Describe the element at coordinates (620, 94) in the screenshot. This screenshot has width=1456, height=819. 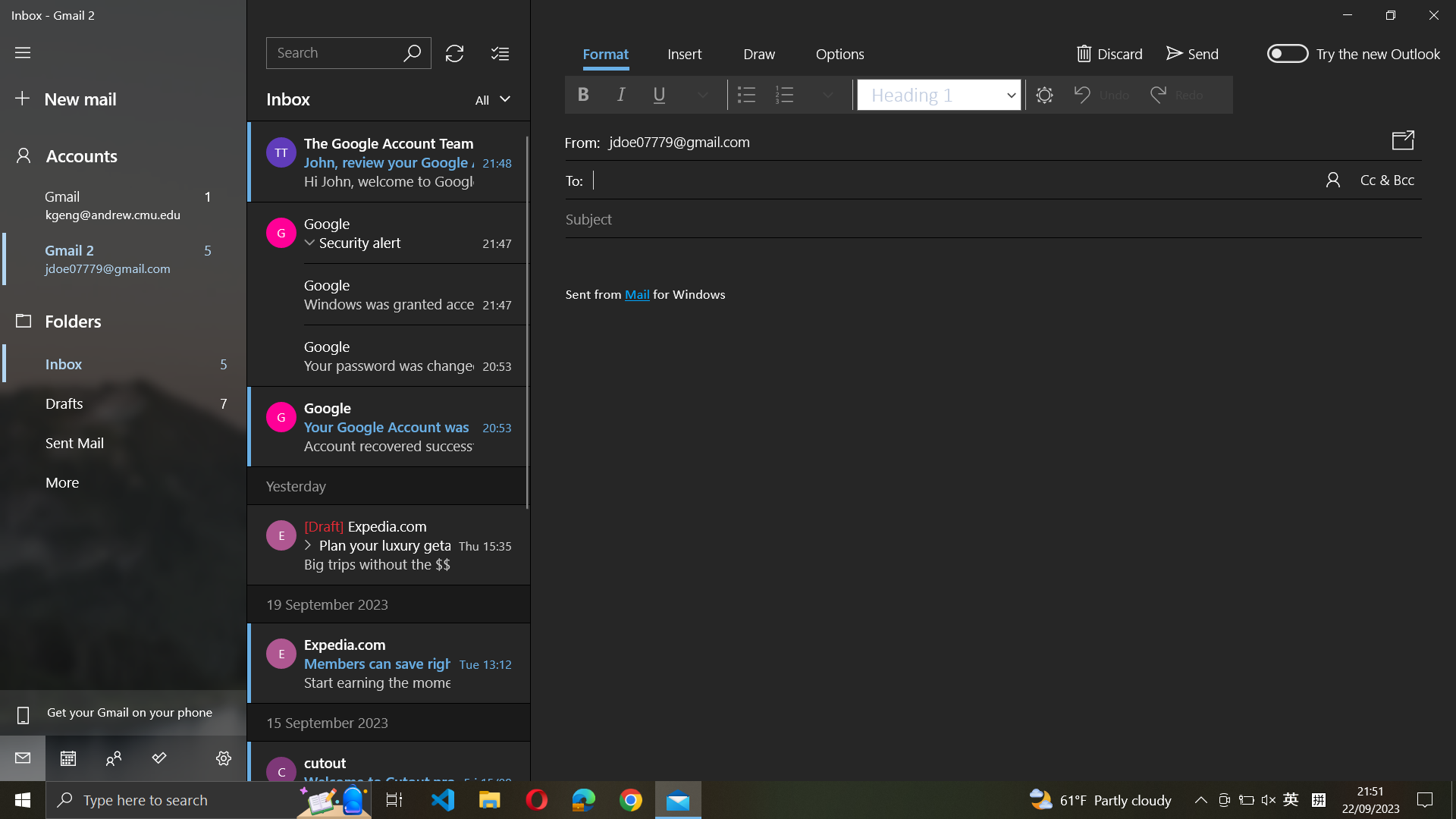
I see `Change text format to italic` at that location.